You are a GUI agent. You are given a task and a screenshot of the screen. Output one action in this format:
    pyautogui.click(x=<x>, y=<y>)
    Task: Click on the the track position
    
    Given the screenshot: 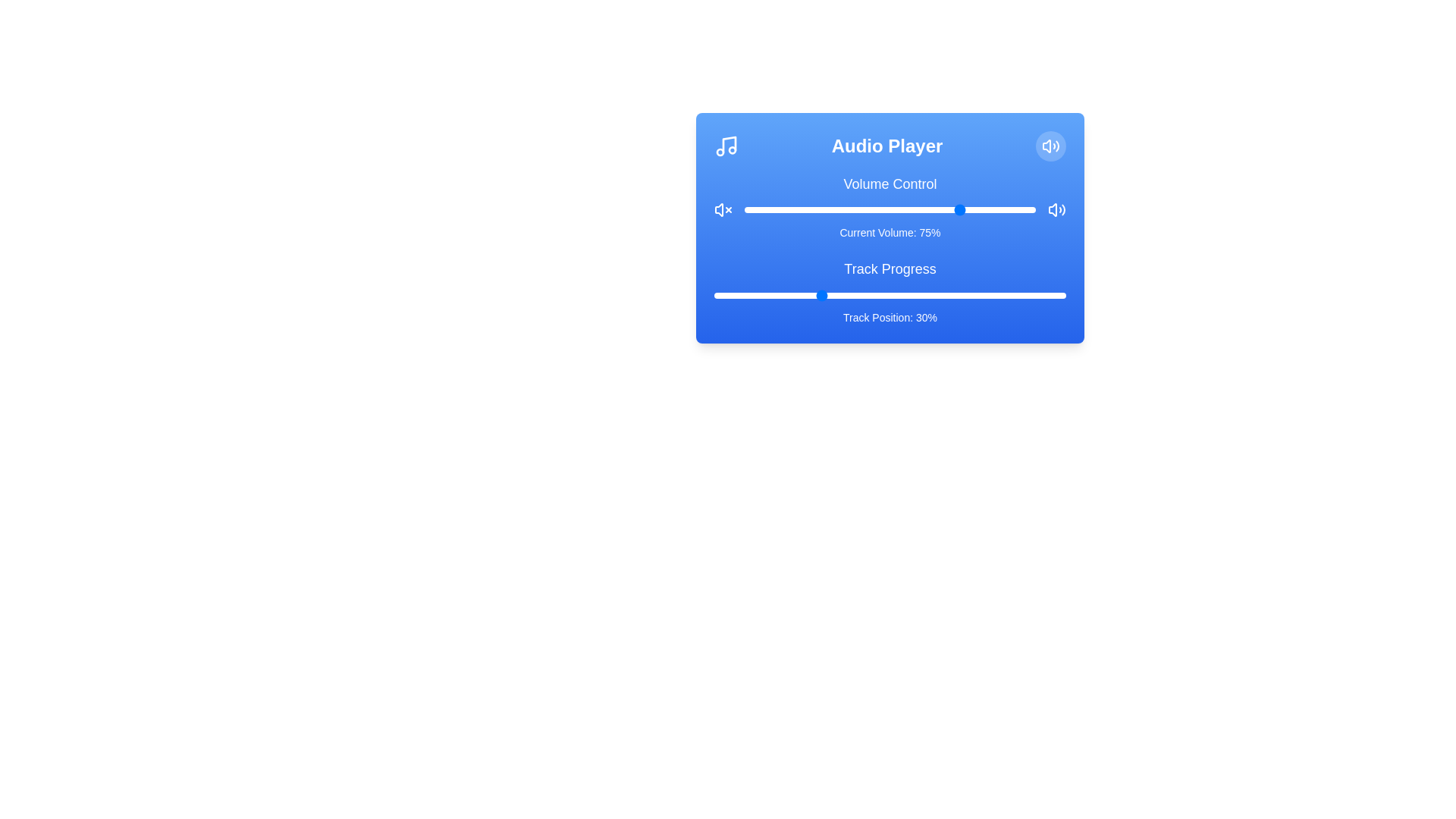 What is the action you would take?
    pyautogui.click(x=1003, y=295)
    